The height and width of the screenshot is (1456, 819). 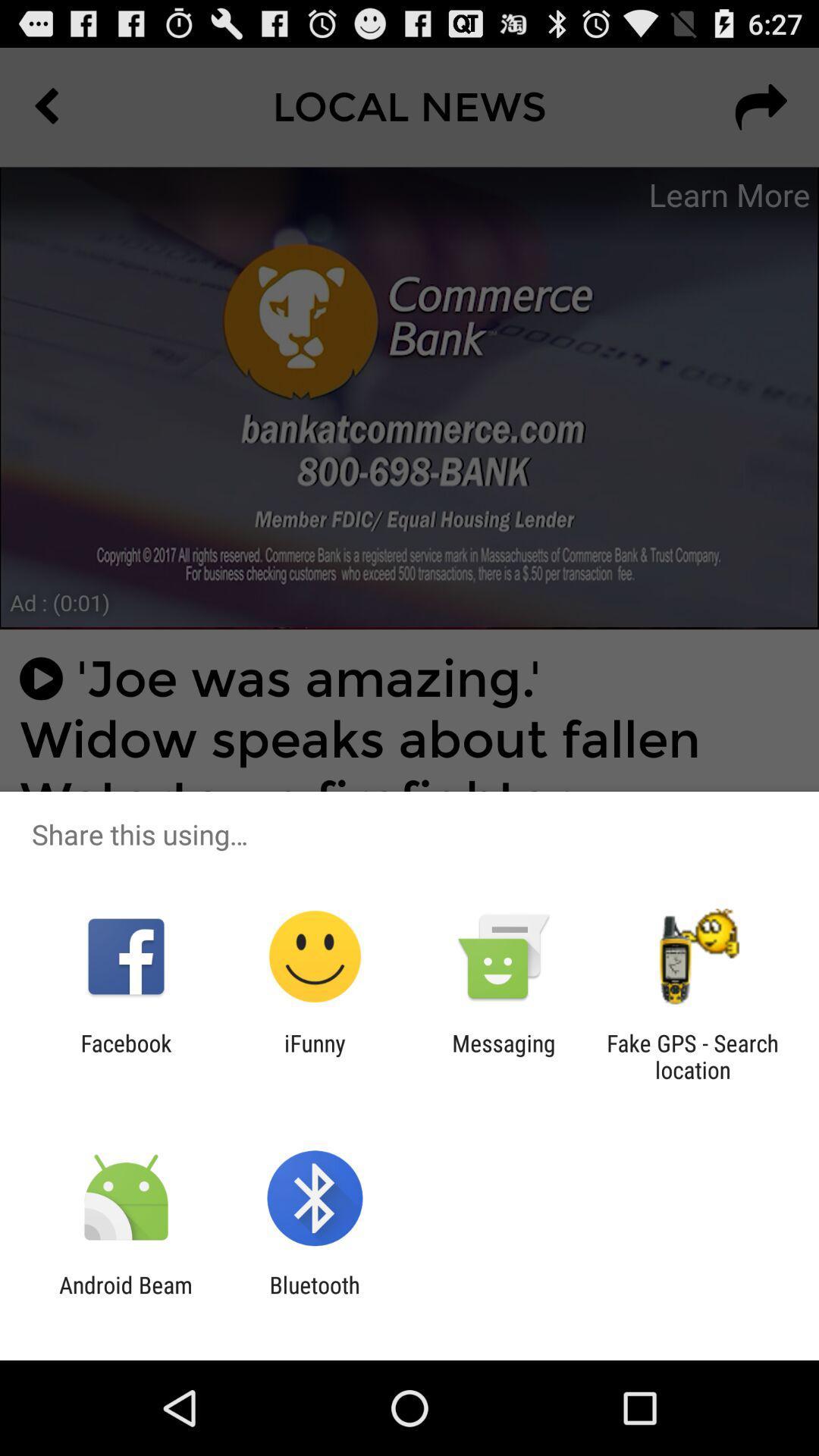 What do you see at coordinates (314, 1056) in the screenshot?
I see `ifunny item` at bounding box center [314, 1056].